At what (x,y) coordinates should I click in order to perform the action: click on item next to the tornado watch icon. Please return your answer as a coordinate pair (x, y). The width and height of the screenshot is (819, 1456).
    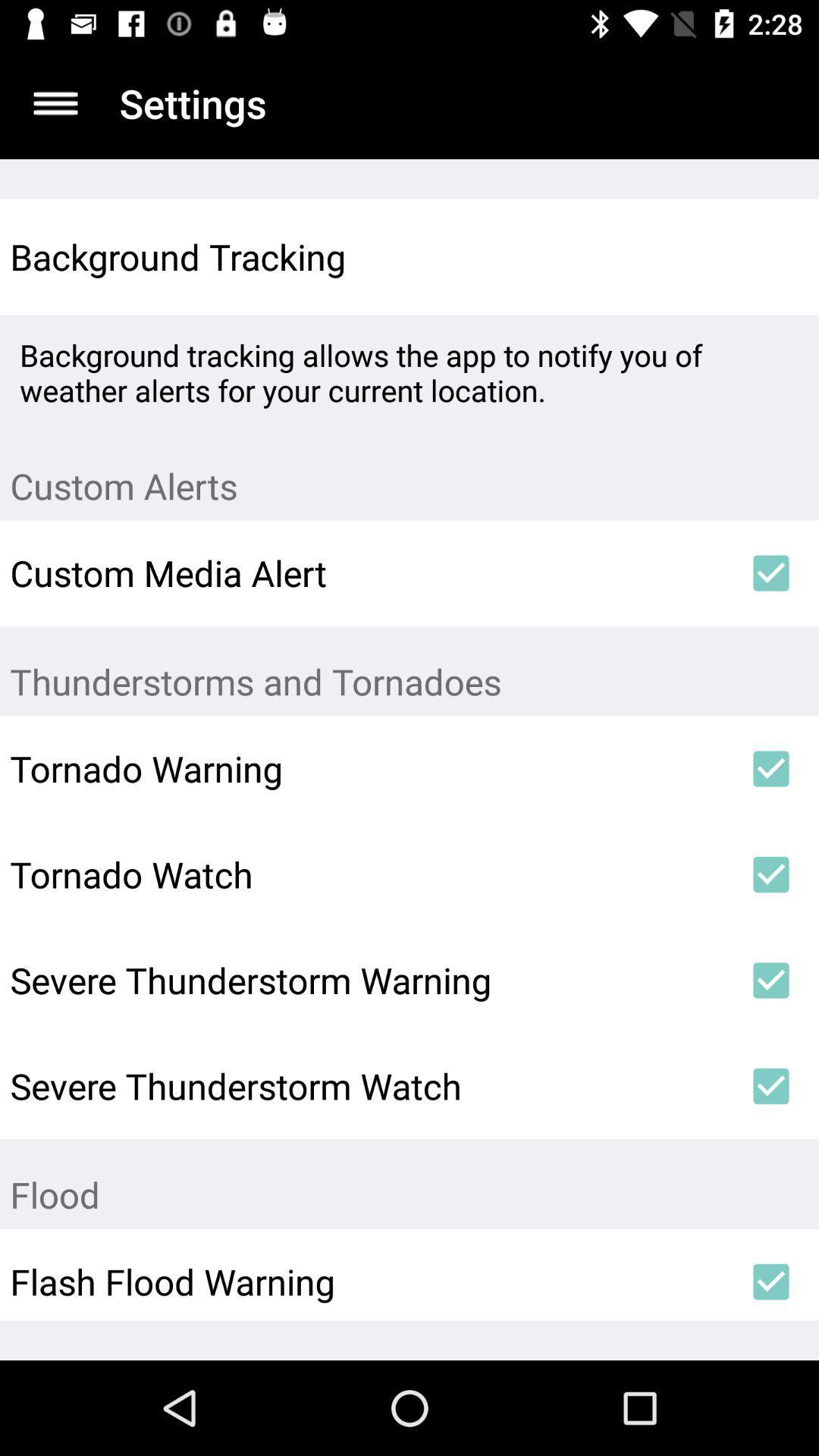
    Looking at the image, I should click on (771, 874).